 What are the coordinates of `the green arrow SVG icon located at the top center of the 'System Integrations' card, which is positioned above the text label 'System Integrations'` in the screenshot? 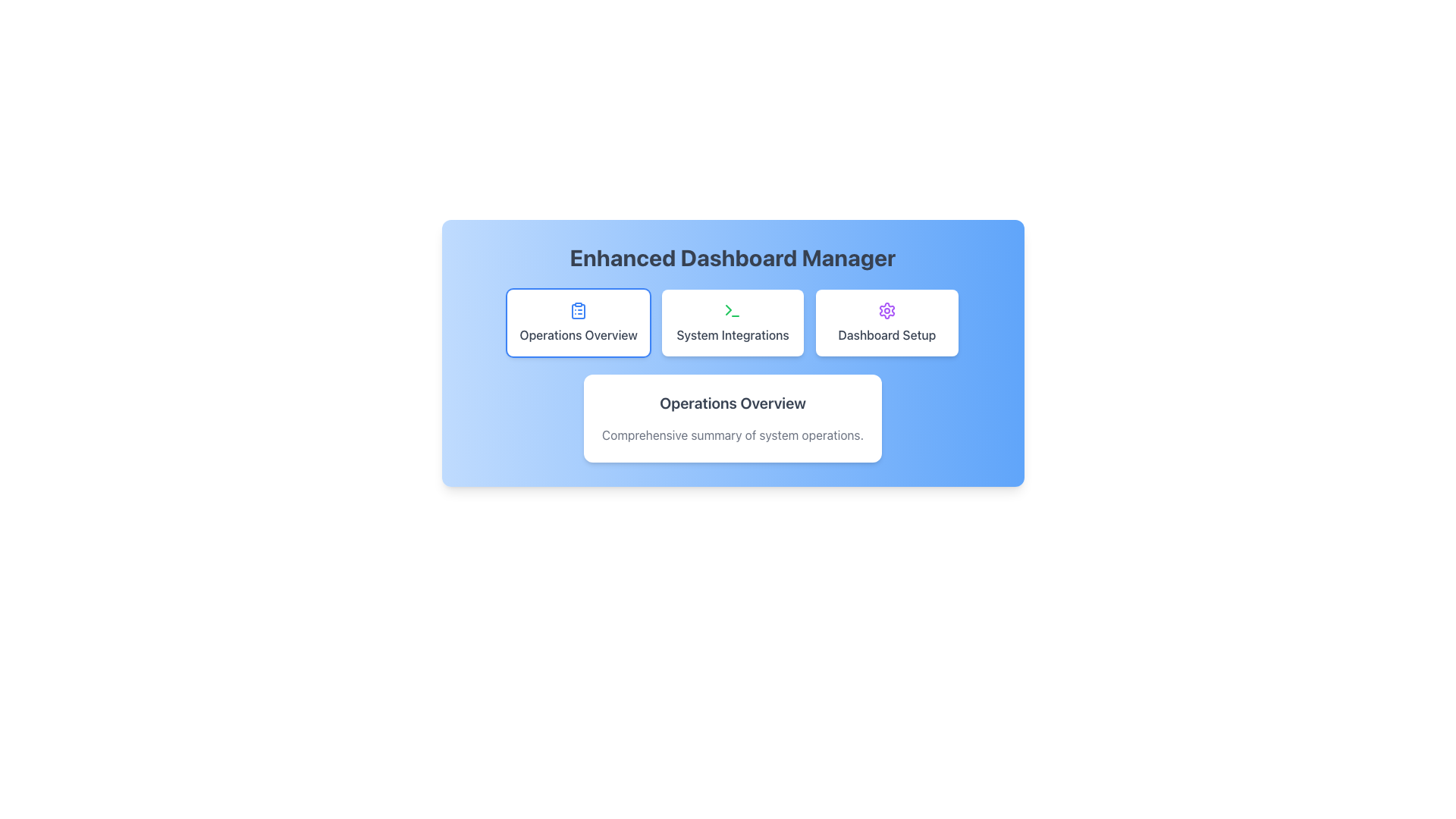 It's located at (733, 309).